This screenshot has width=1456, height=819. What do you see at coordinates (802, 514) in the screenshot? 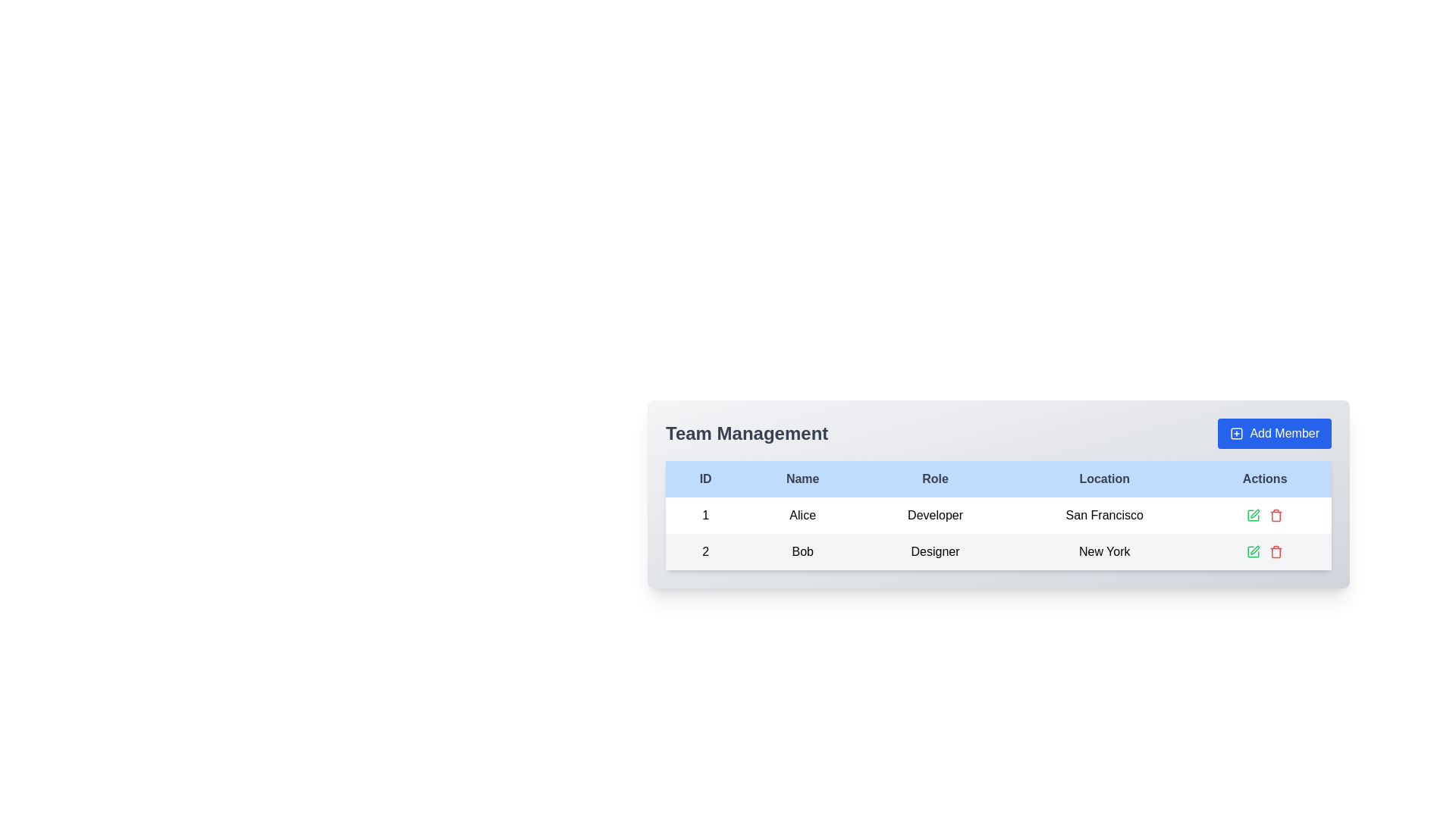
I see `the Text label representing a team member's name in the 'Team Management' table, located in the second column of the first row, directly below the 'Name' header` at bounding box center [802, 514].